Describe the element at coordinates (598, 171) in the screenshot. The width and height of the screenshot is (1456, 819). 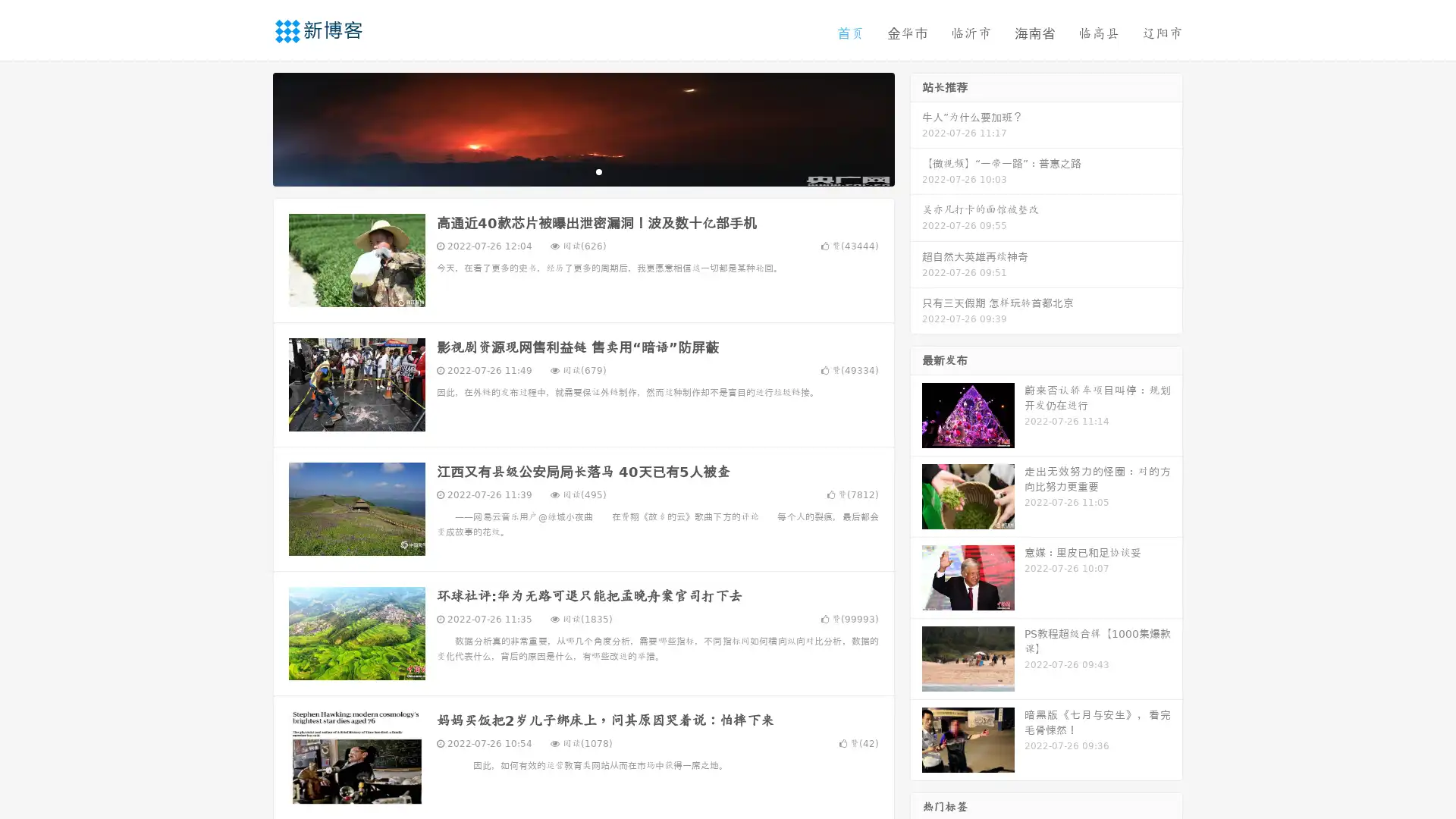
I see `Go to slide 3` at that location.